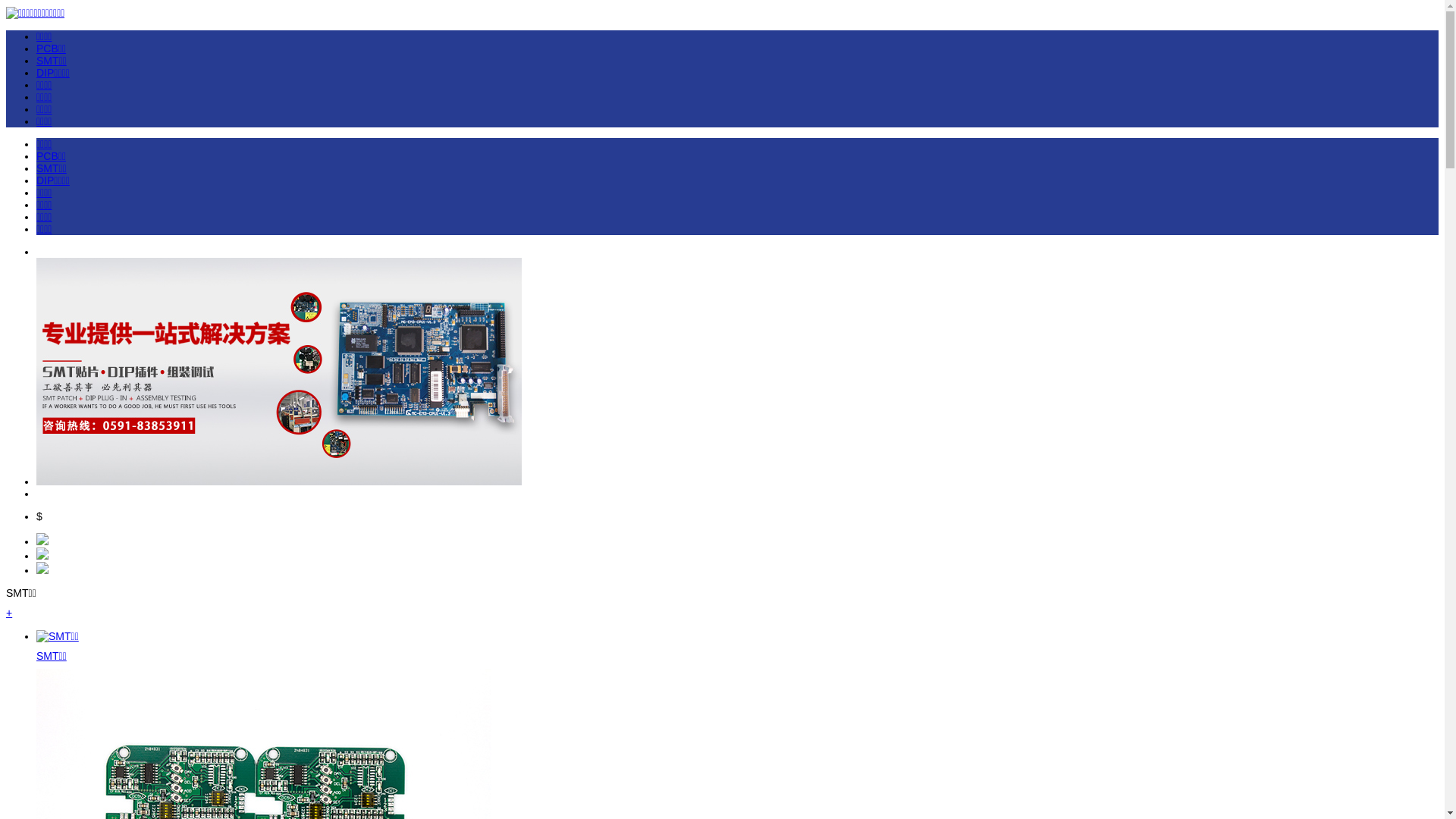 The width and height of the screenshot is (1456, 819). Describe the element at coordinates (9, 611) in the screenshot. I see `'+'` at that location.